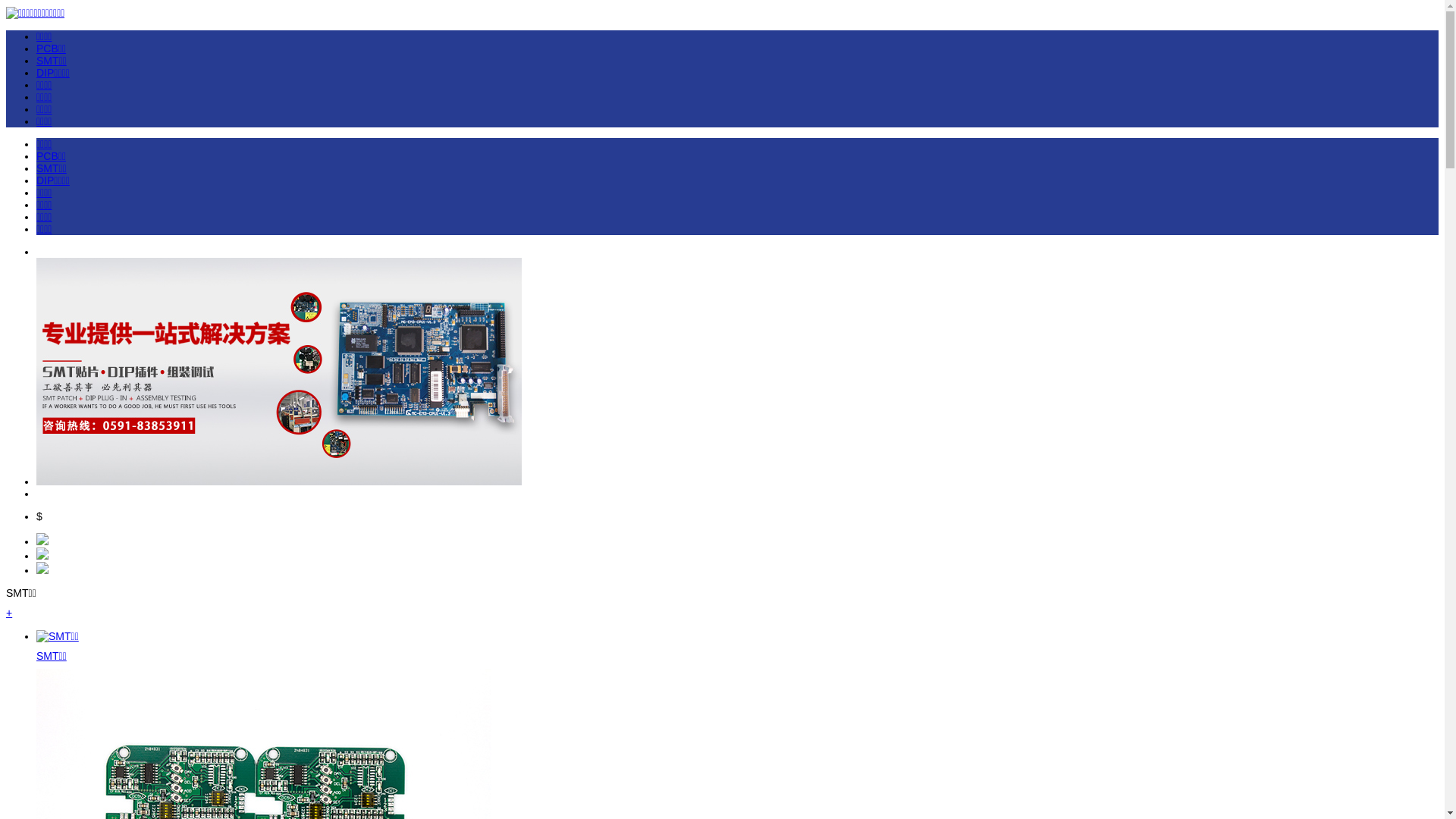 The width and height of the screenshot is (1456, 819). Describe the element at coordinates (9, 611) in the screenshot. I see `'+'` at that location.